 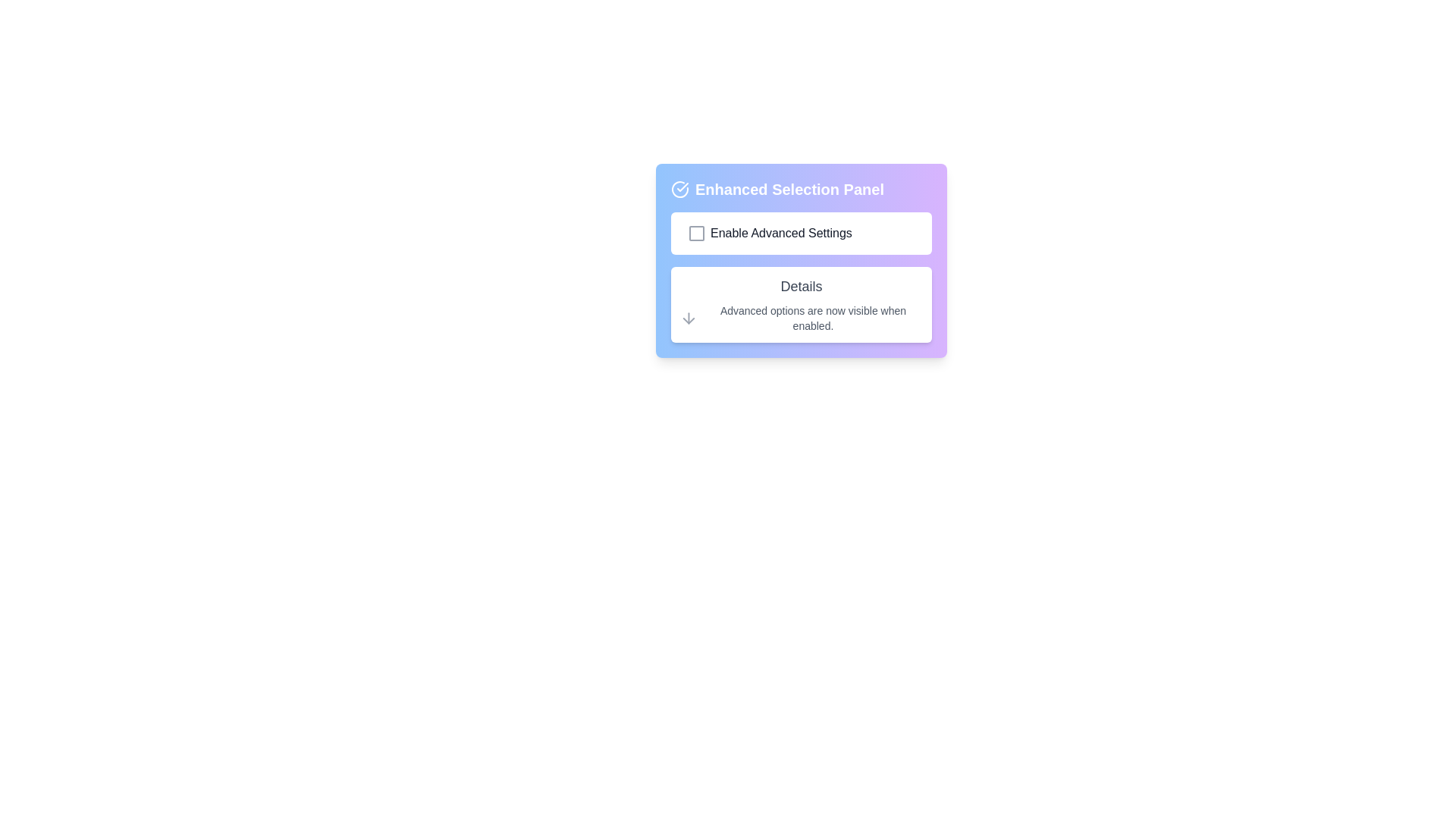 I want to click on details written in the 'Details' card which contains the heading 'Details' and the descriptive text 'Advanced options are now visible when enabled.', so click(x=800, y=304).